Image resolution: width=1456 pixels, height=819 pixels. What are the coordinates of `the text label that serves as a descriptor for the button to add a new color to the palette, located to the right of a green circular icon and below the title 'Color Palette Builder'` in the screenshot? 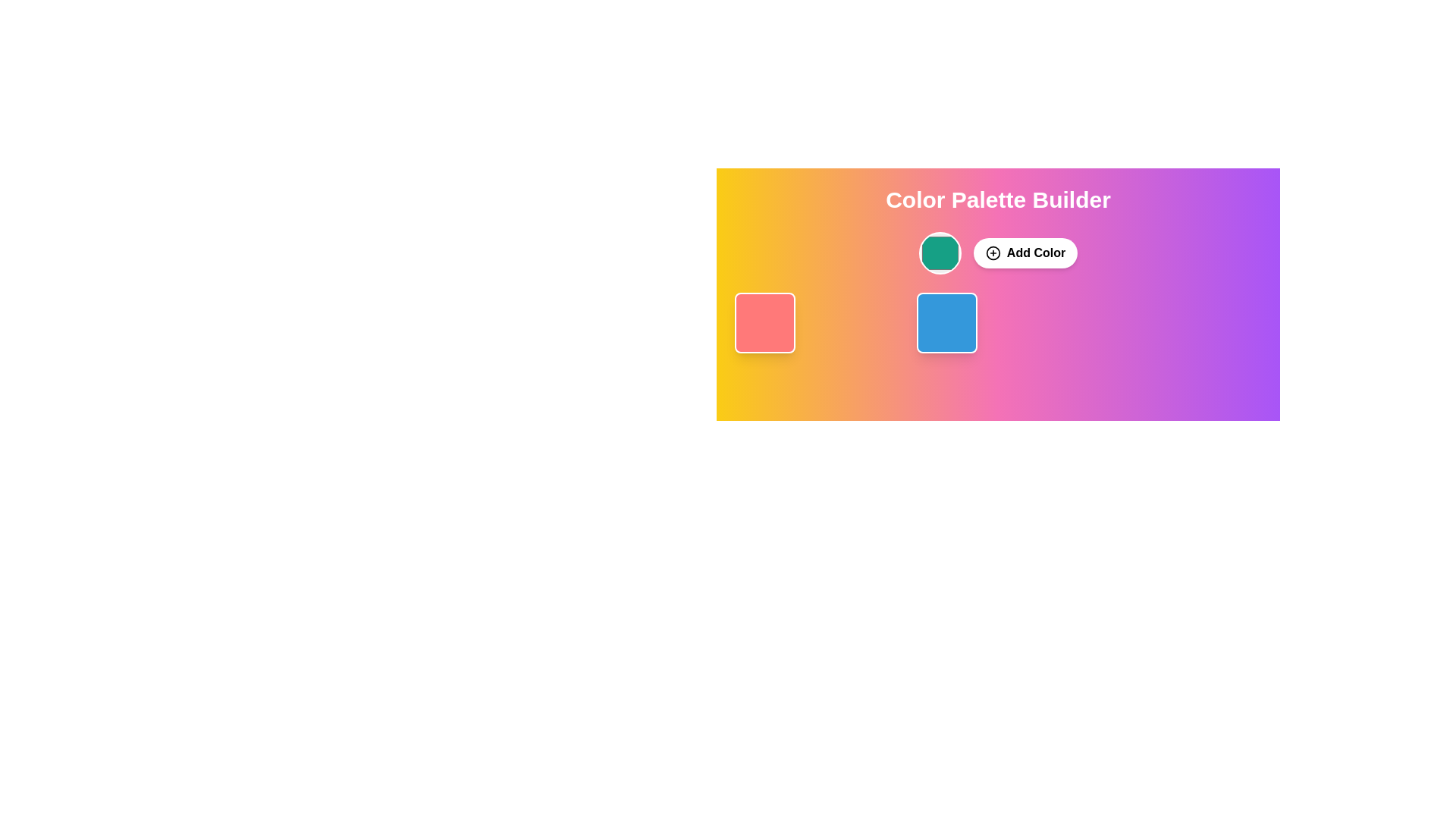 It's located at (1035, 253).